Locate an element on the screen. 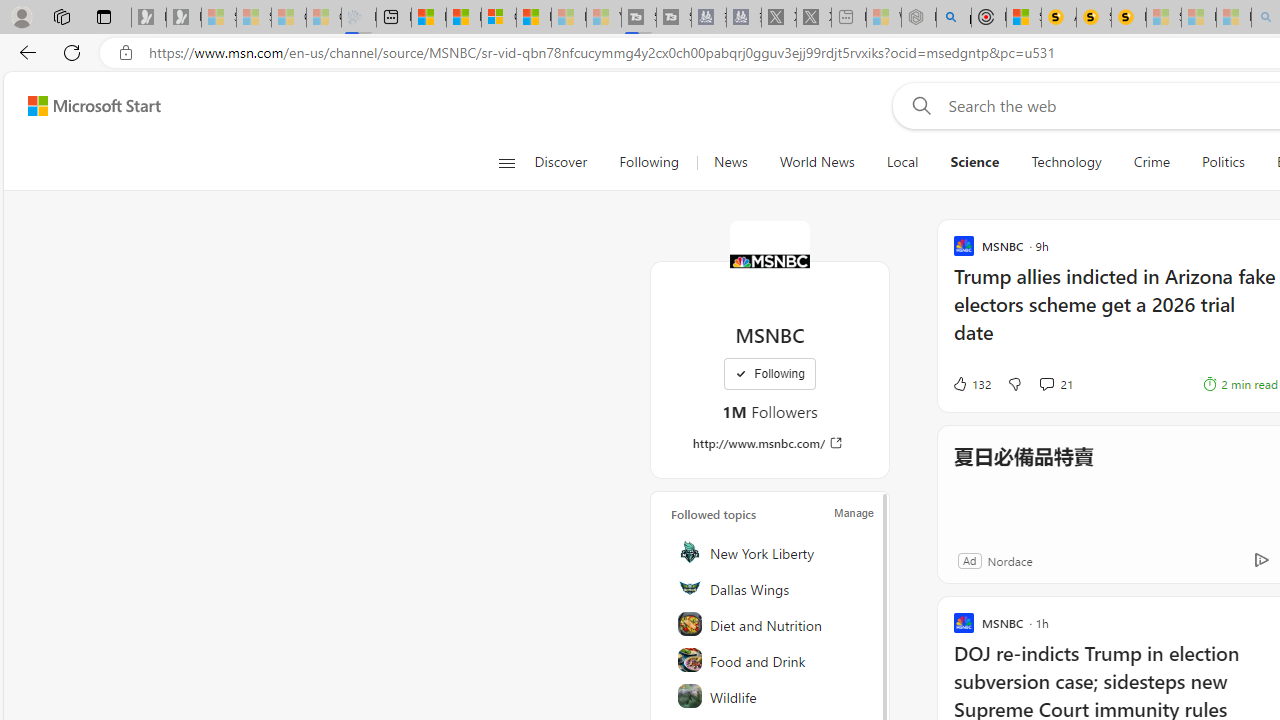  'http://www.msnbc.com/' is located at coordinates (768, 442).